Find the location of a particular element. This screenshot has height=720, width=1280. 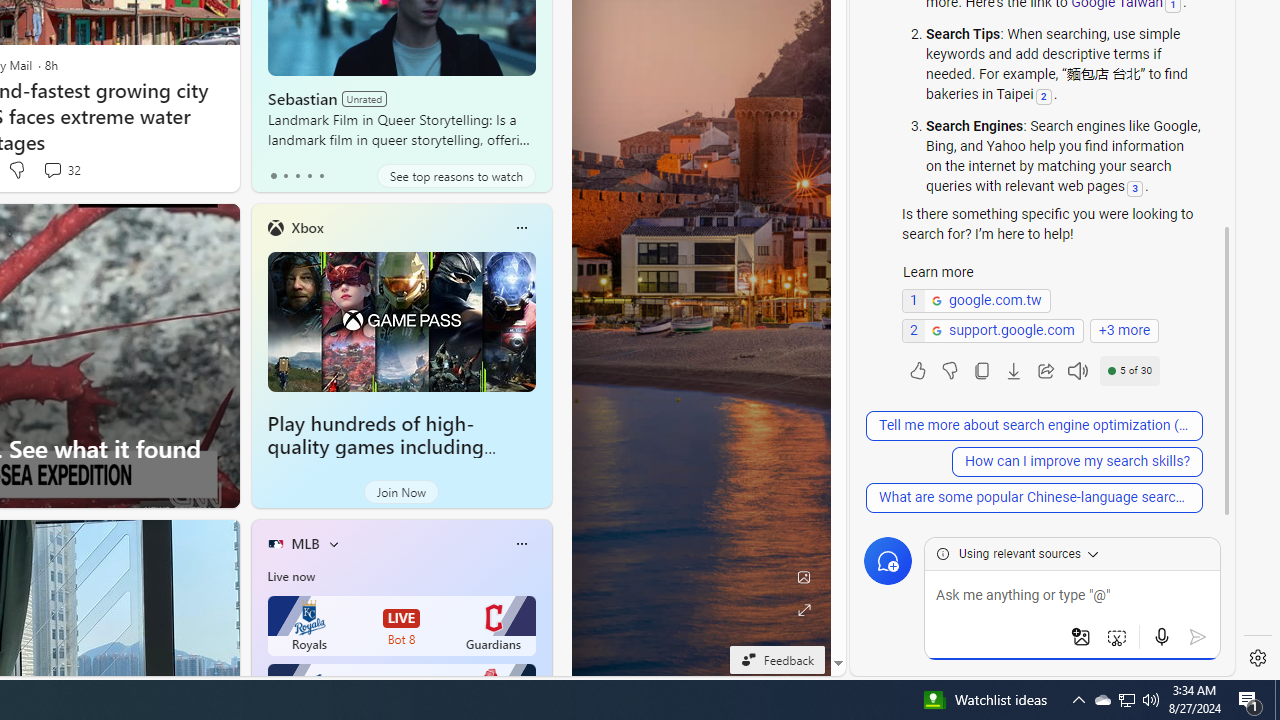

'tab-2' is located at coordinates (296, 175).